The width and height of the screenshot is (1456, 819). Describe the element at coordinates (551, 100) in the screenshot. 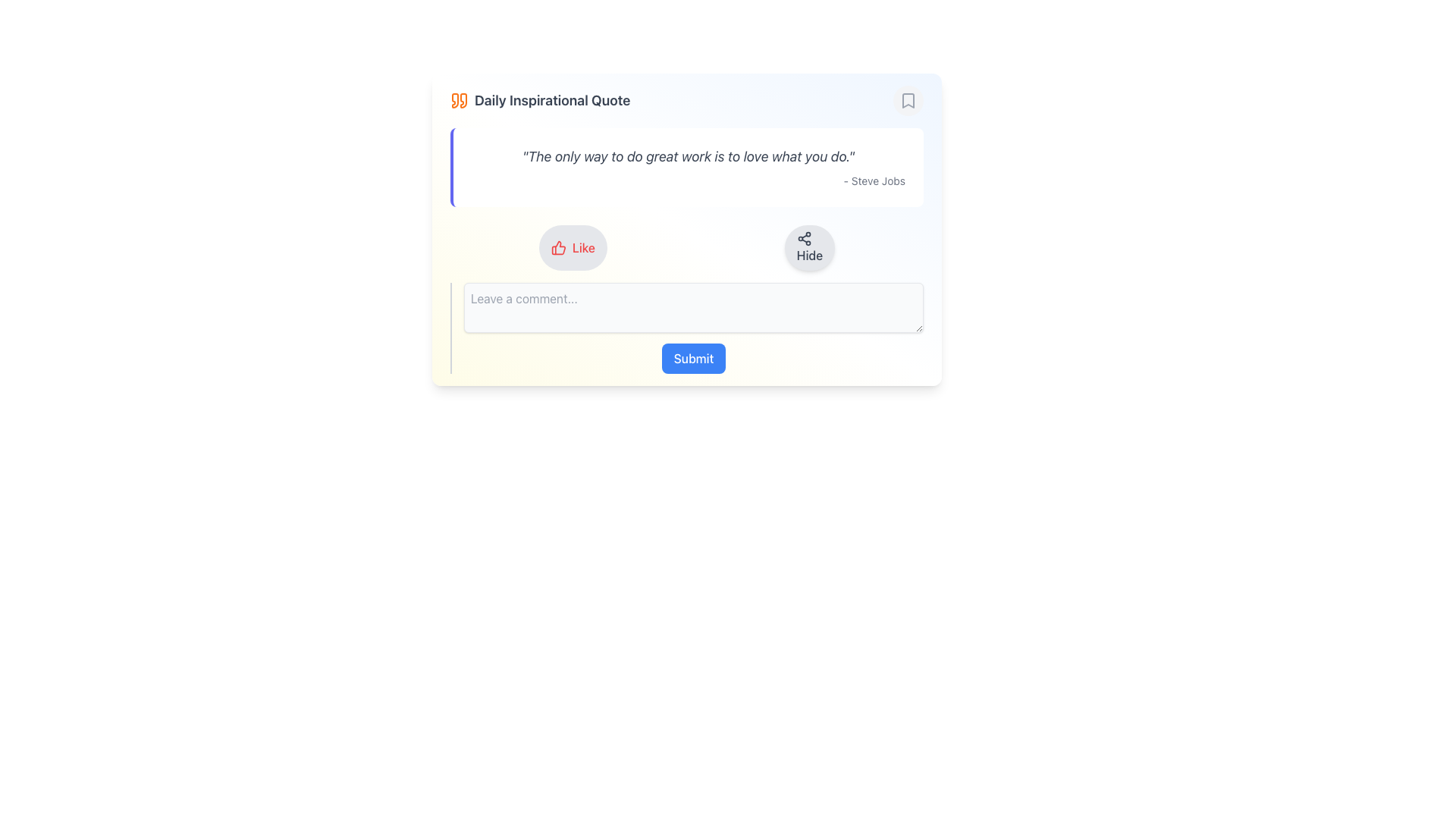

I see `the 'Daily Inspirational Quote' text label located at the top-left of the card, which is styled in bold and slightly larger font and preceded by an orange quotation icon` at that location.